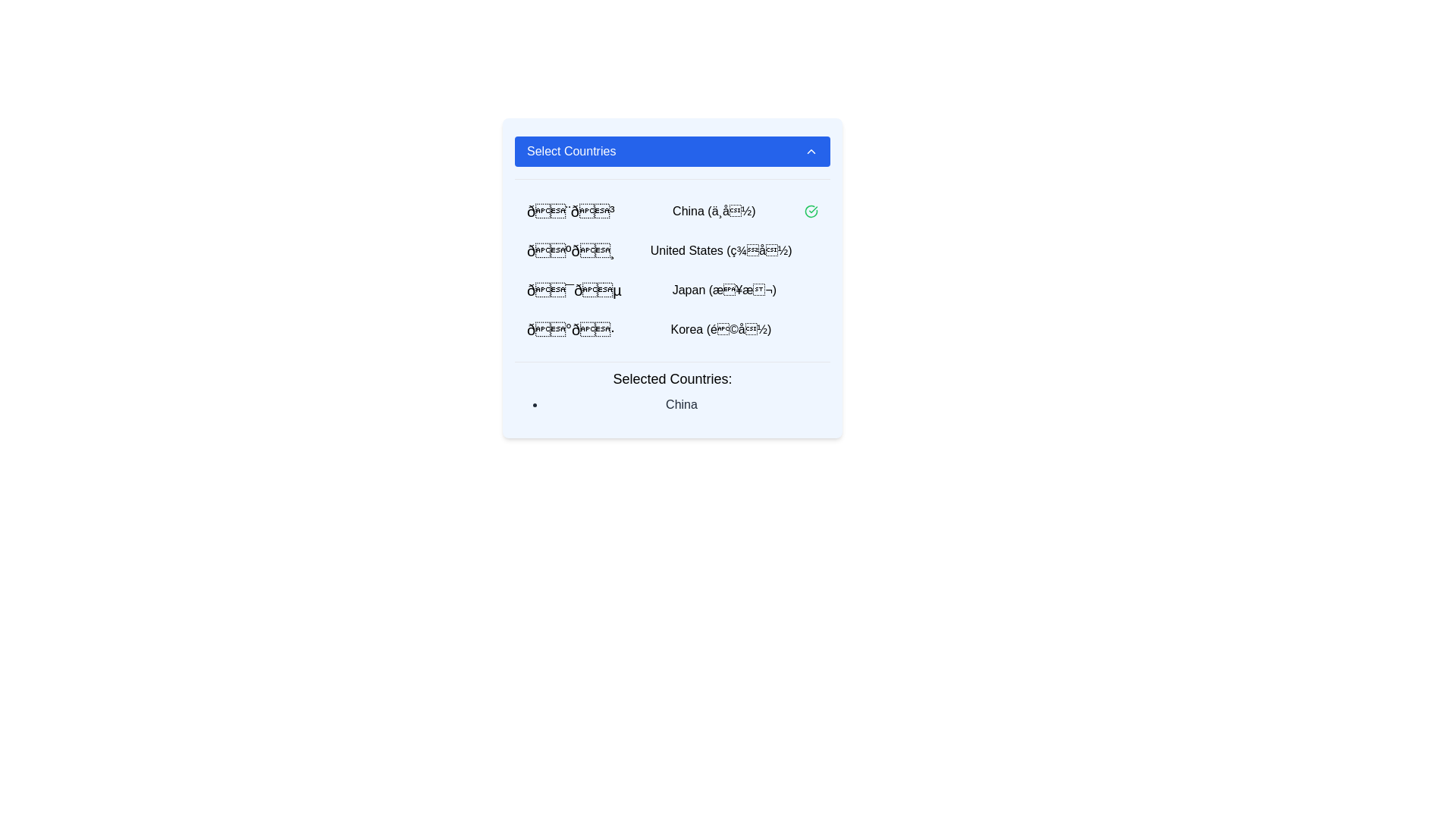  Describe the element at coordinates (811, 211) in the screenshot. I see `the selection status indicated by the green checkmark icon with a circular outline, located at the right end of the list item labeled 'China (中国)'` at that location.